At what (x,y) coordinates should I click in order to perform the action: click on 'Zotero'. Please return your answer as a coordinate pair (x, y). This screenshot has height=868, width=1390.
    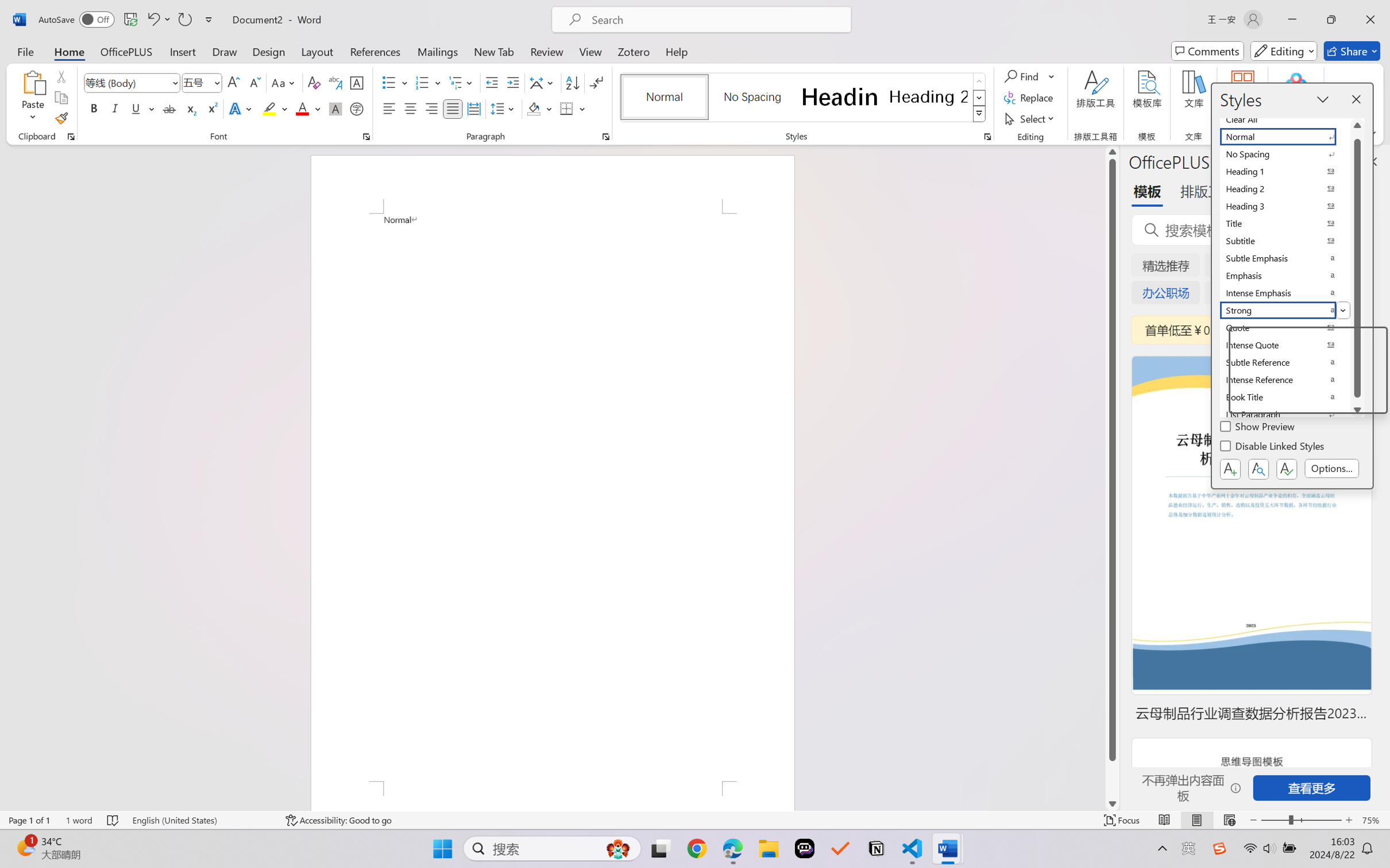
    Looking at the image, I should click on (633, 51).